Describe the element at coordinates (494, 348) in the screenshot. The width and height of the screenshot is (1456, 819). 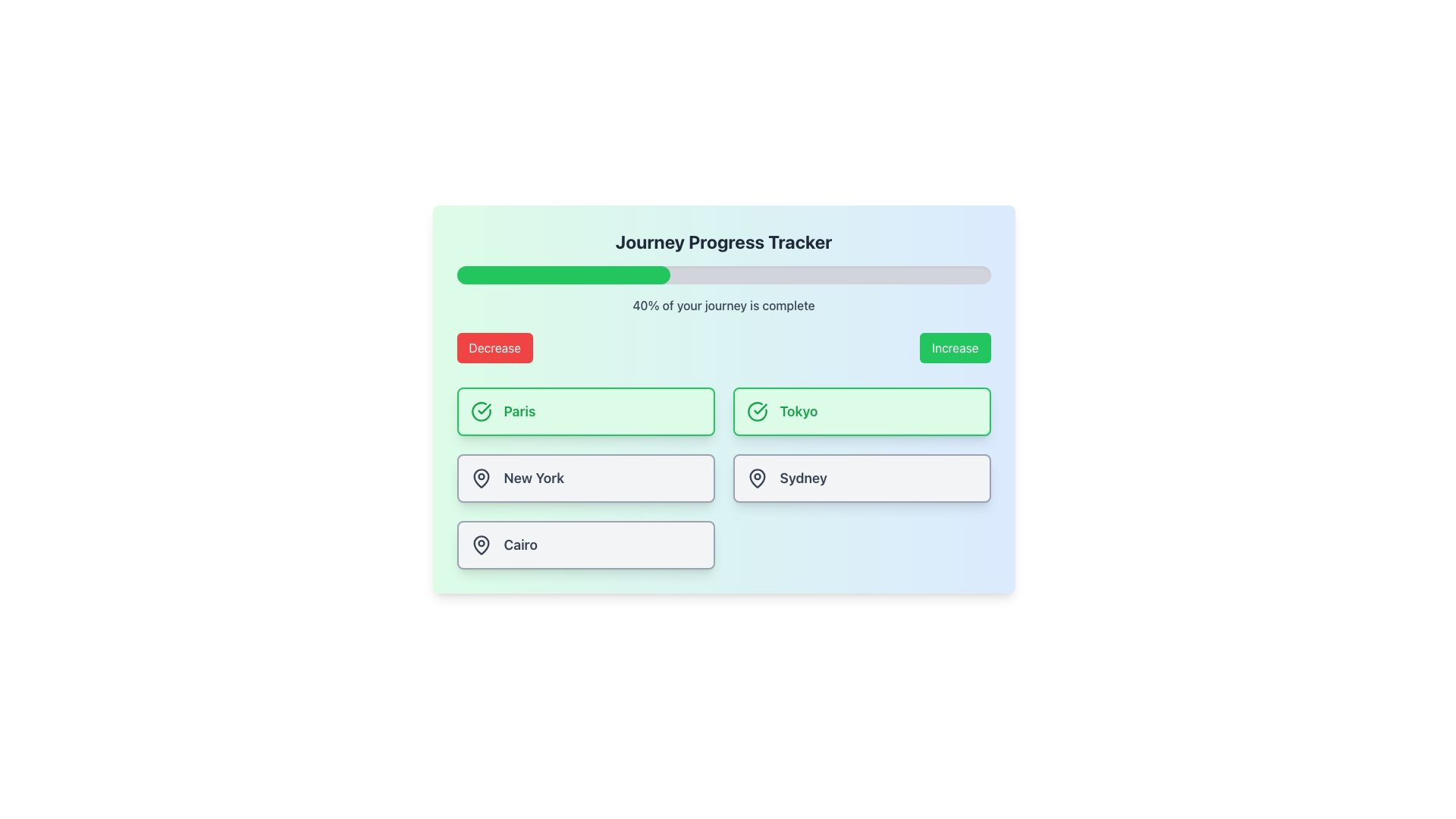
I see `the 'Decrease' button located on the left side of the horizontal button pair` at that location.